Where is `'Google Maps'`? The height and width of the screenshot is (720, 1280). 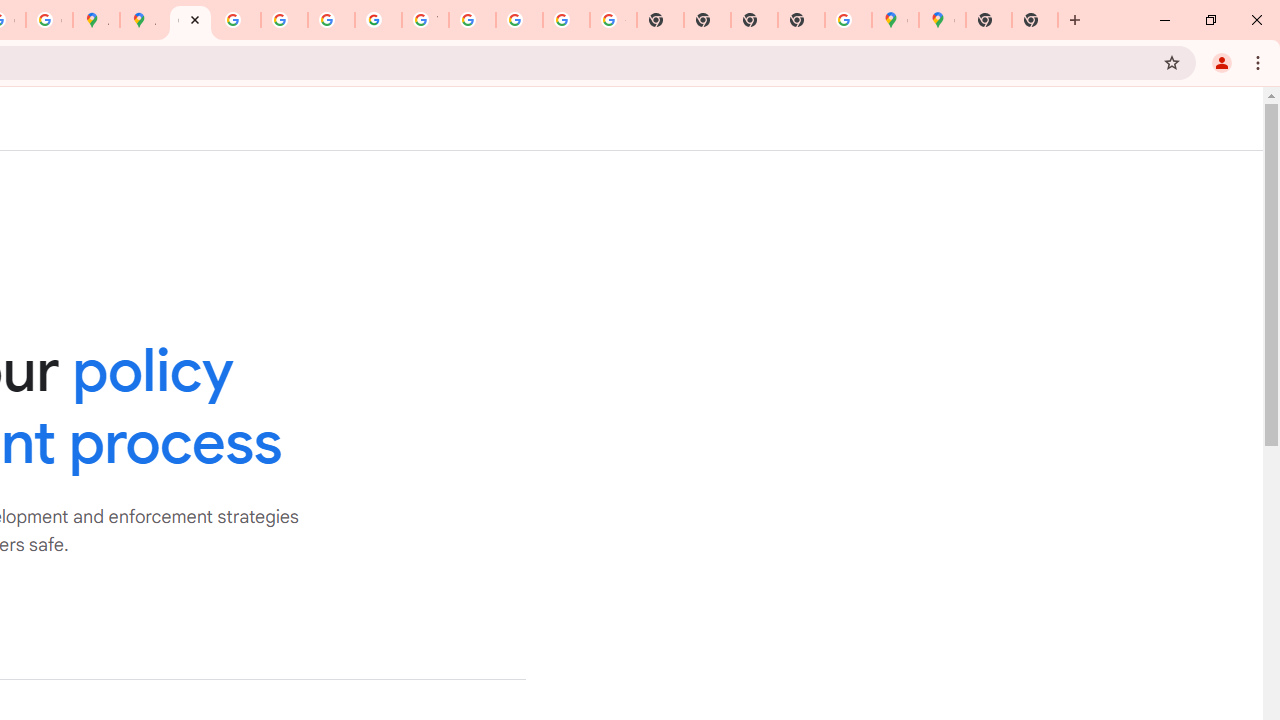 'Google Maps' is located at coordinates (941, 20).